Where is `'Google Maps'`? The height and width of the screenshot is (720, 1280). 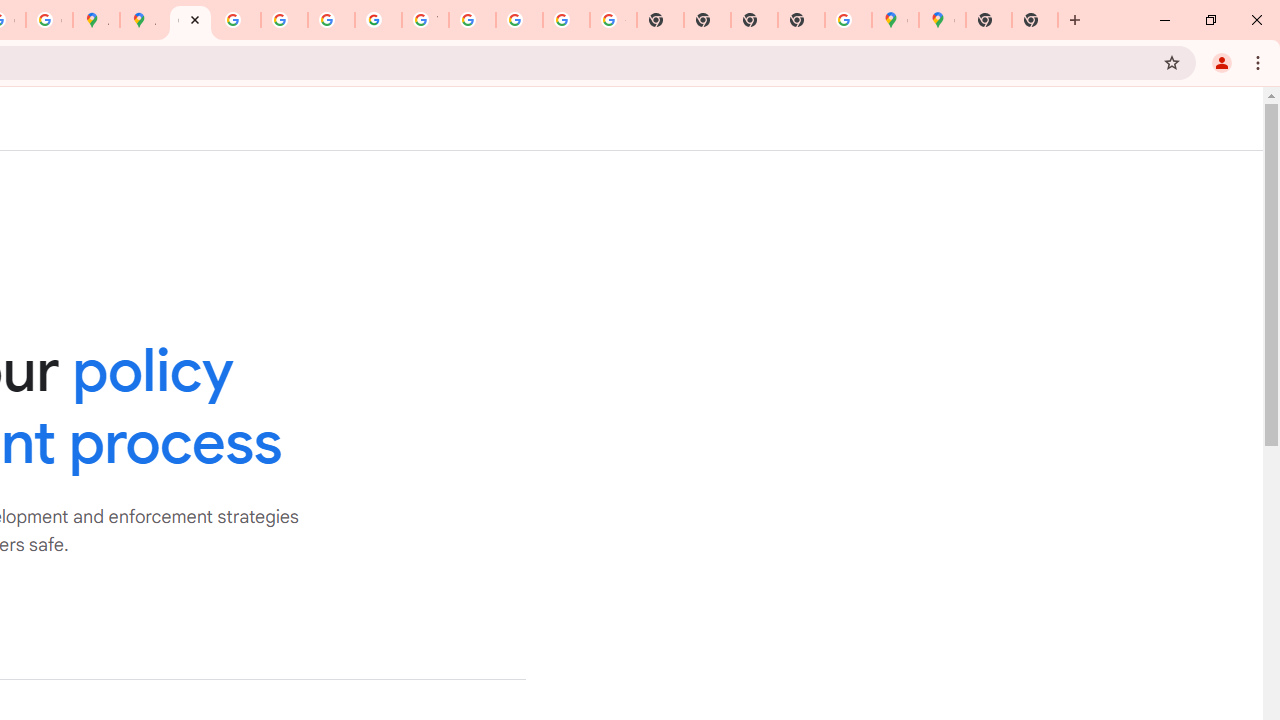 'Google Maps' is located at coordinates (941, 20).